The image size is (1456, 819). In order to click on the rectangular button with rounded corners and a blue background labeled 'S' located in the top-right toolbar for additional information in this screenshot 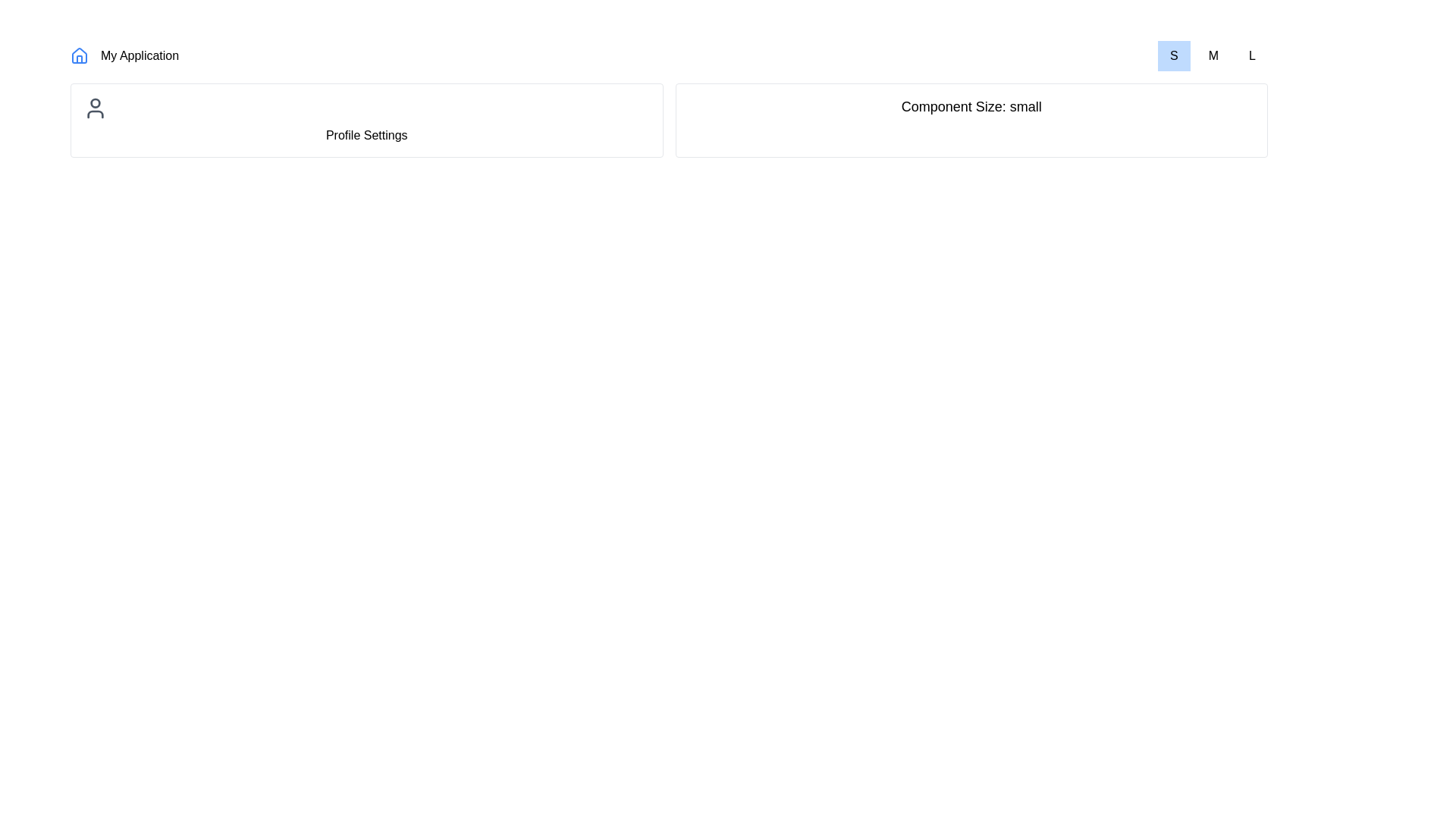, I will do `click(1173, 55)`.